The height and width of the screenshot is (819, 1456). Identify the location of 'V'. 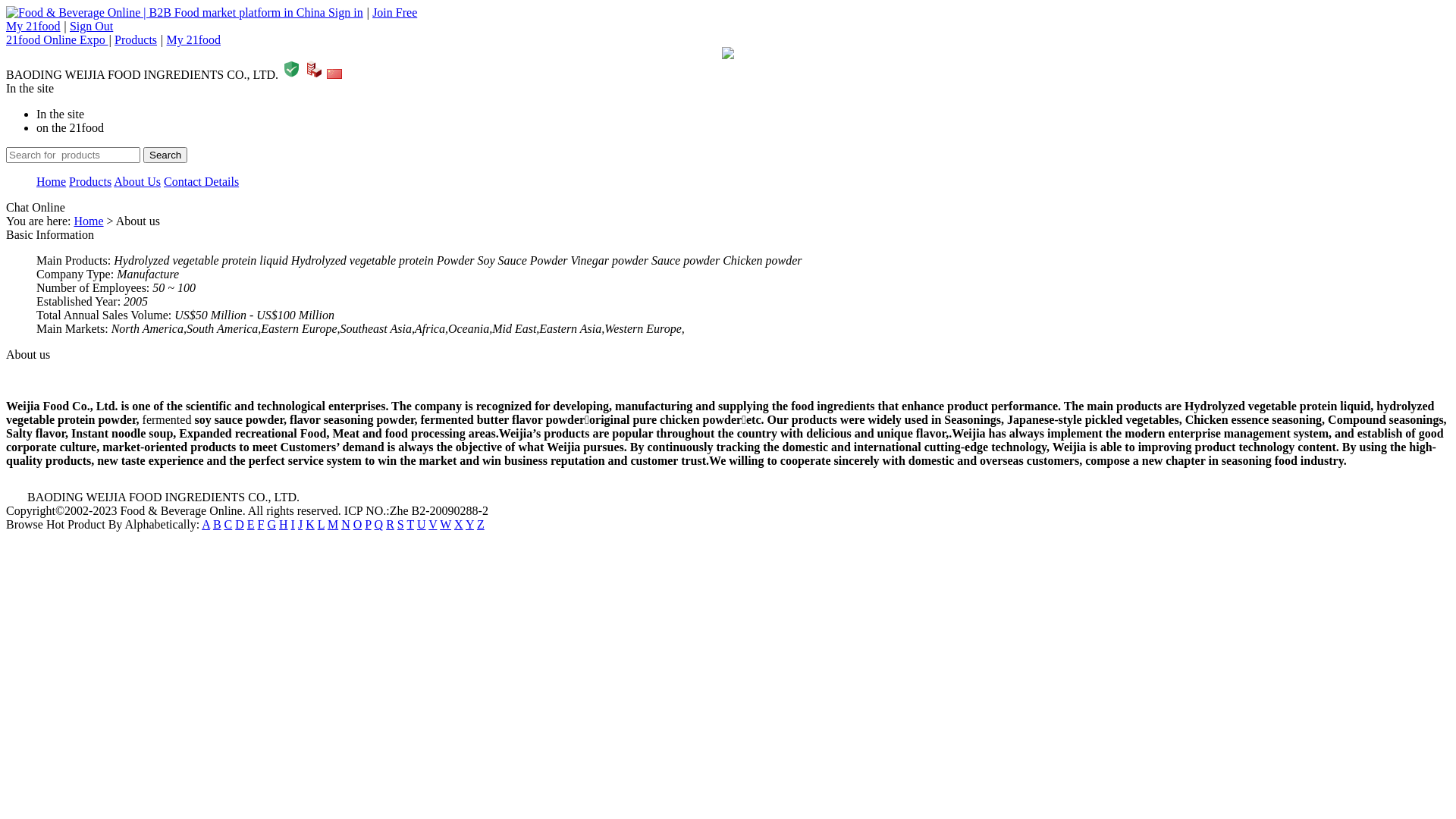
(431, 523).